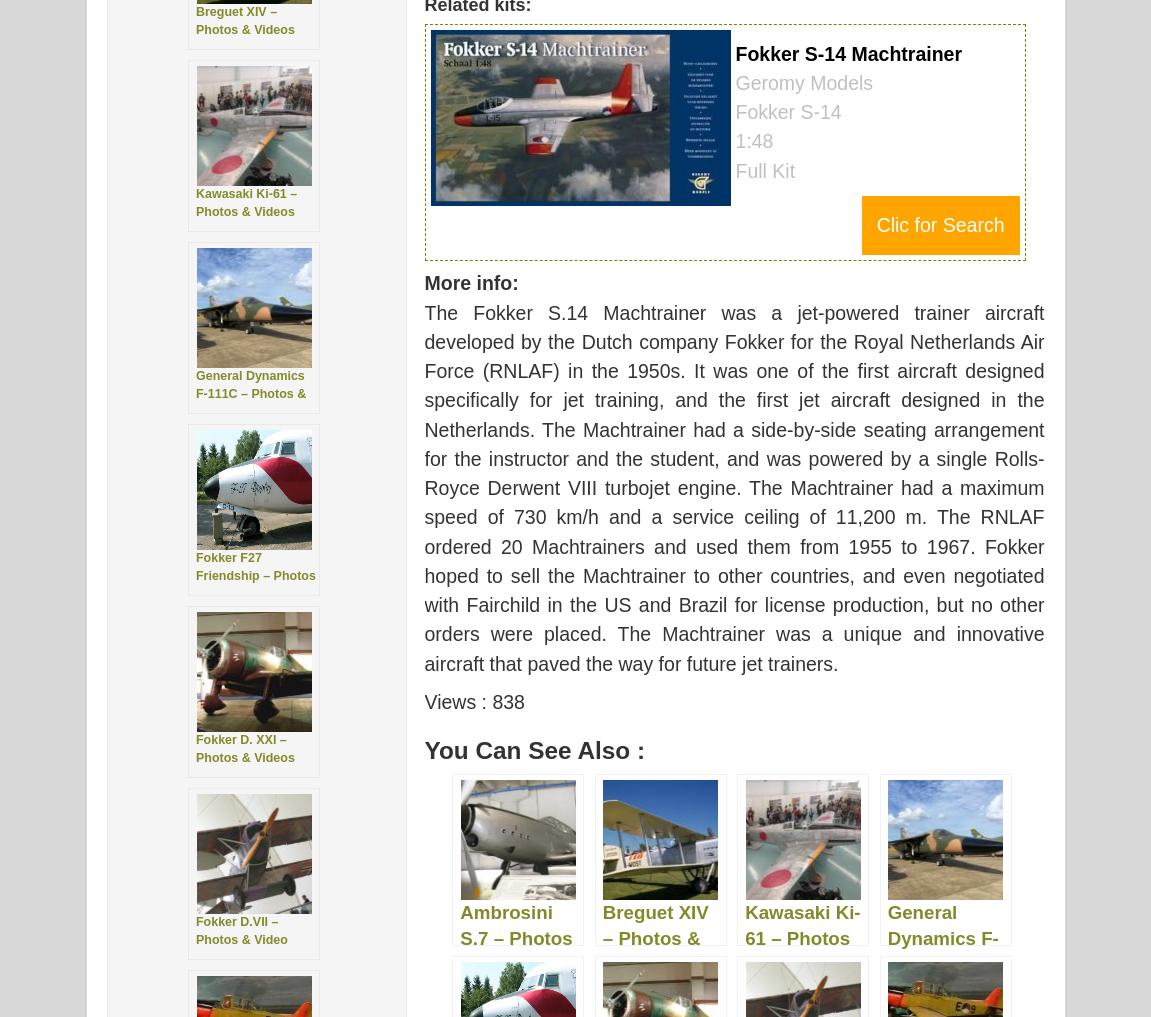  I want to click on 'Full Kit', so click(764, 170).